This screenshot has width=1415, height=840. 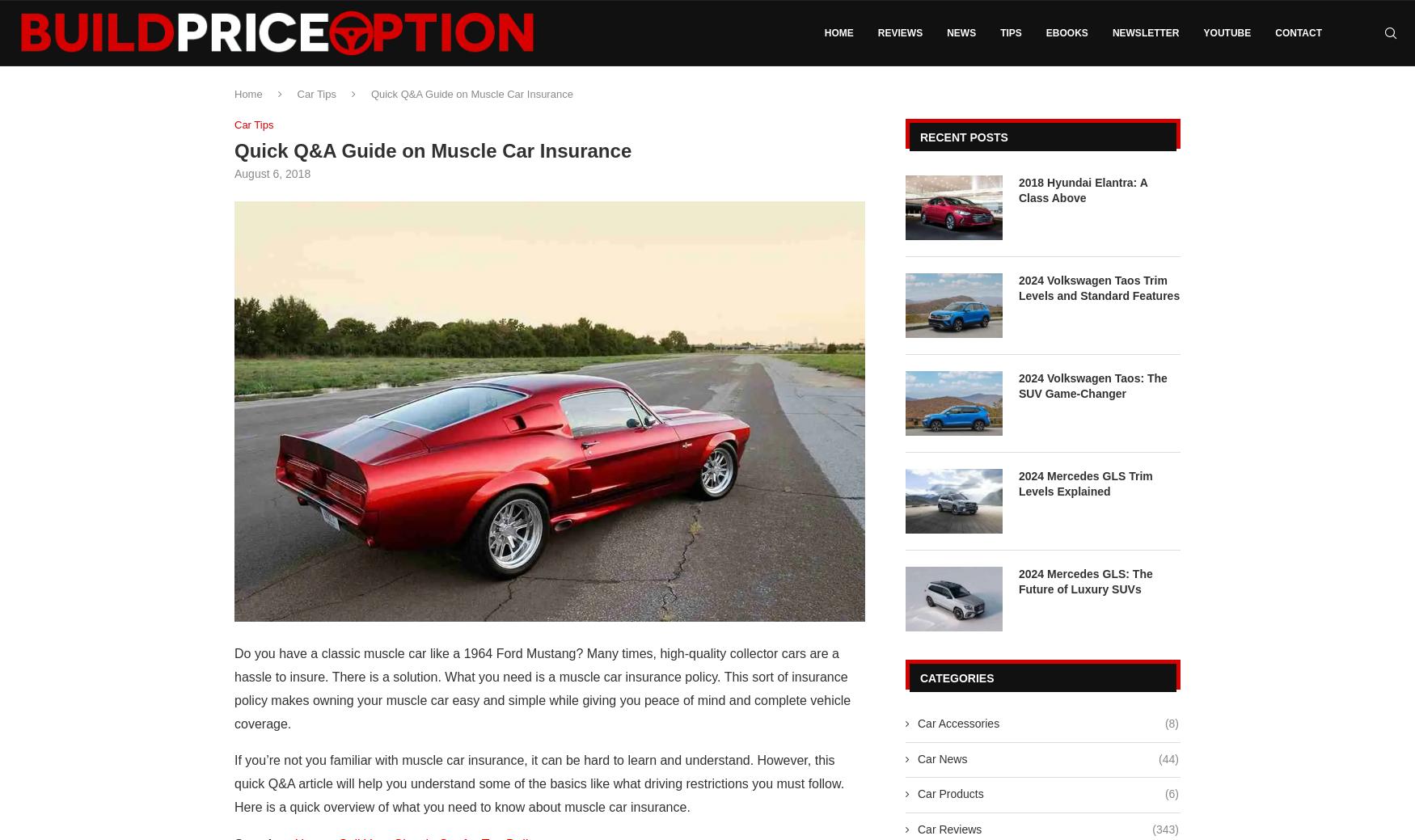 I want to click on 'Car Products', so click(x=949, y=793).